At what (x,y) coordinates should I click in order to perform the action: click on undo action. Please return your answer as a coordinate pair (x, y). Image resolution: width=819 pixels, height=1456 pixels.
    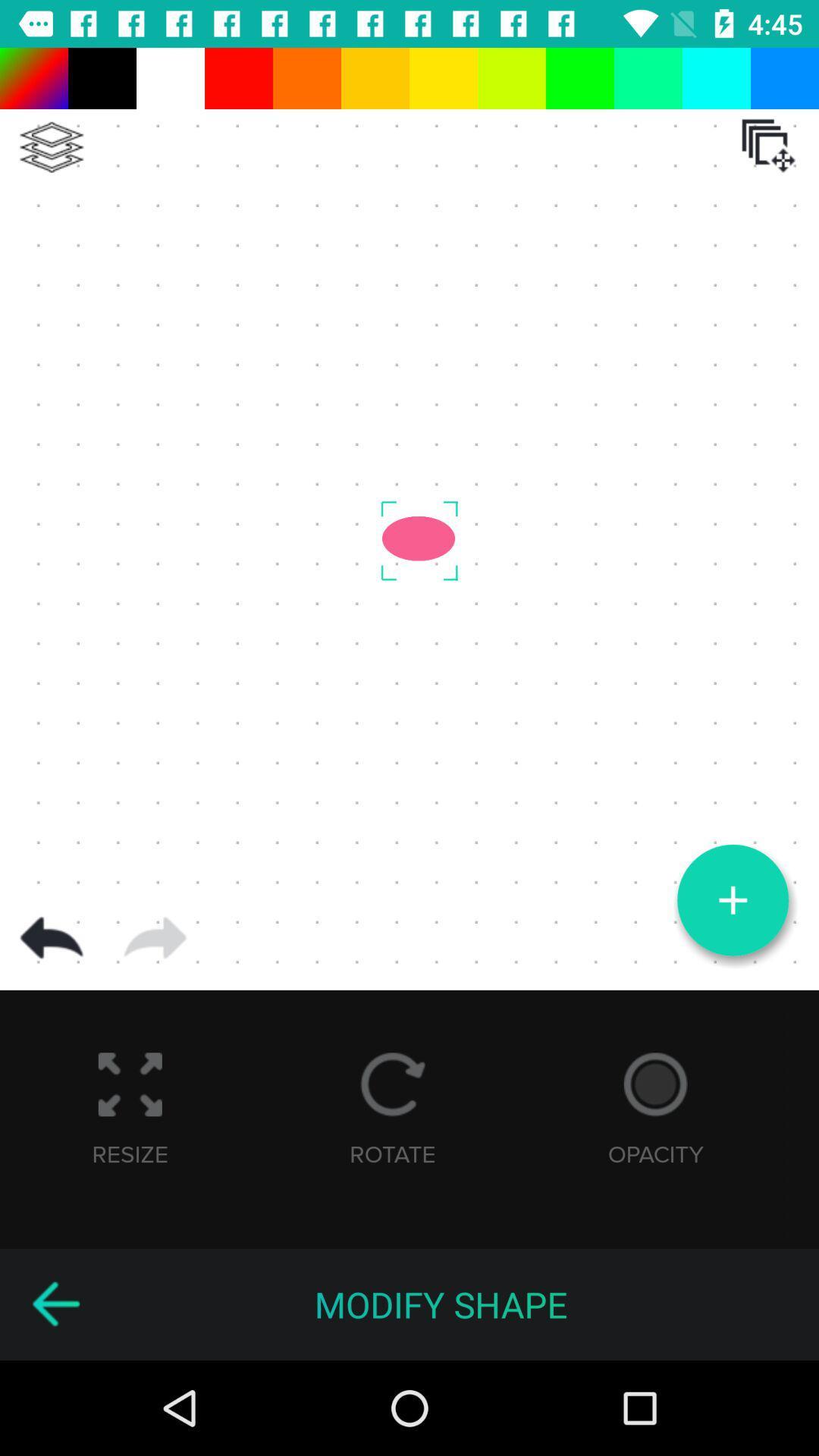
    Looking at the image, I should click on (51, 937).